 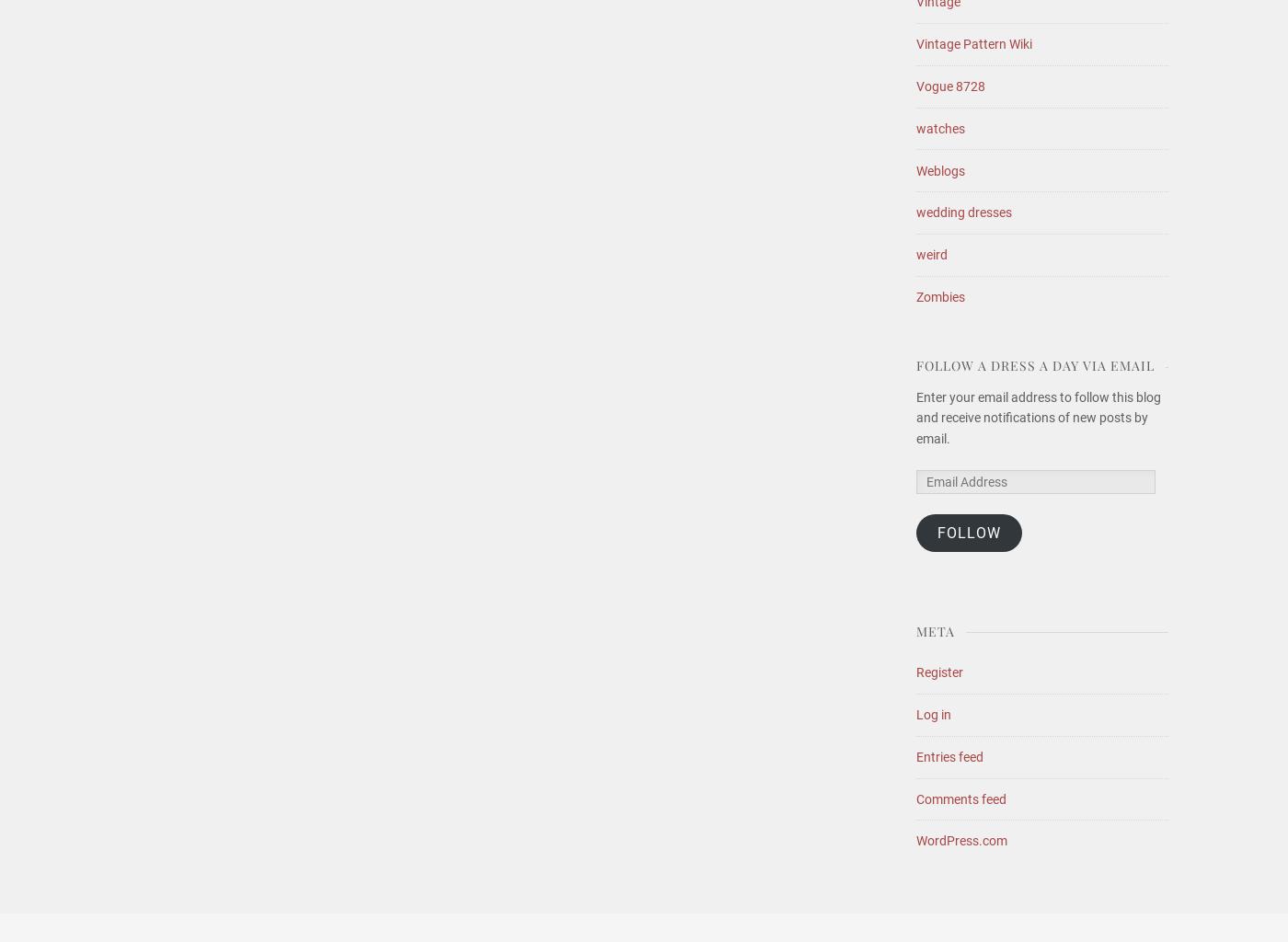 I want to click on 'wedding dresses', so click(x=964, y=212).